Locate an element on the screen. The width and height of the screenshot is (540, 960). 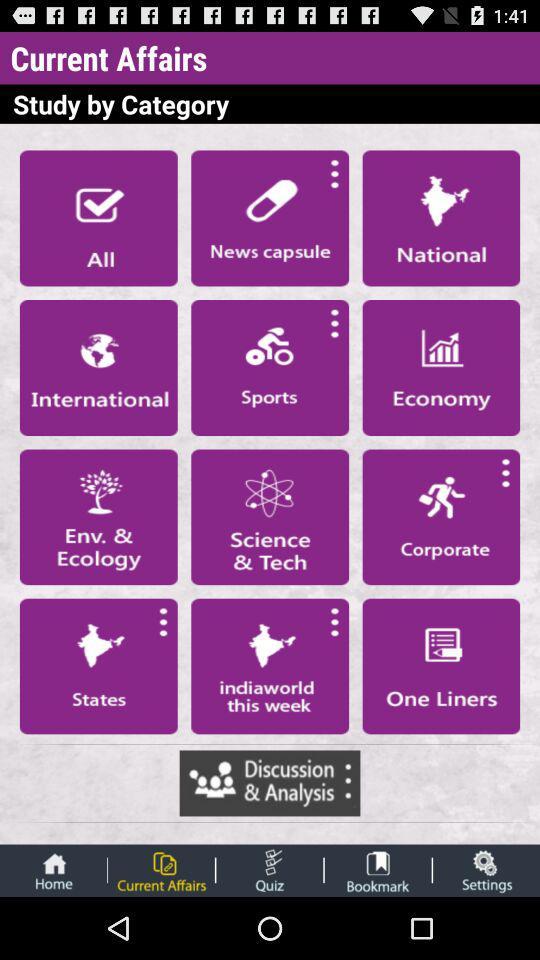
tap on a category of interest is located at coordinates (97, 516).